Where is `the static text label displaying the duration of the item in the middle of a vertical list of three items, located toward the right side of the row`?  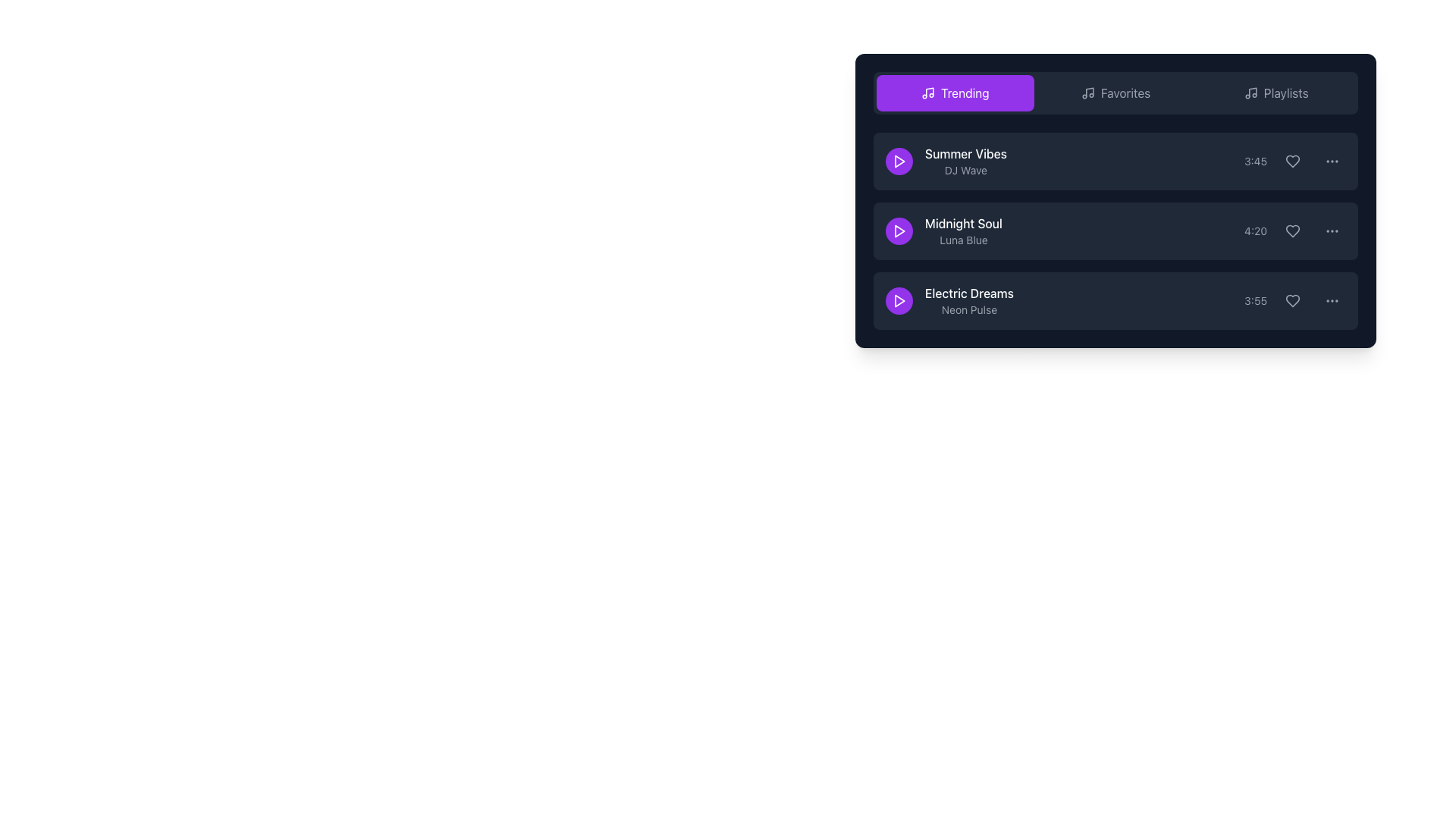
the static text label displaying the duration of the item in the middle of a vertical list of three items, located toward the right side of the row is located at coordinates (1256, 231).